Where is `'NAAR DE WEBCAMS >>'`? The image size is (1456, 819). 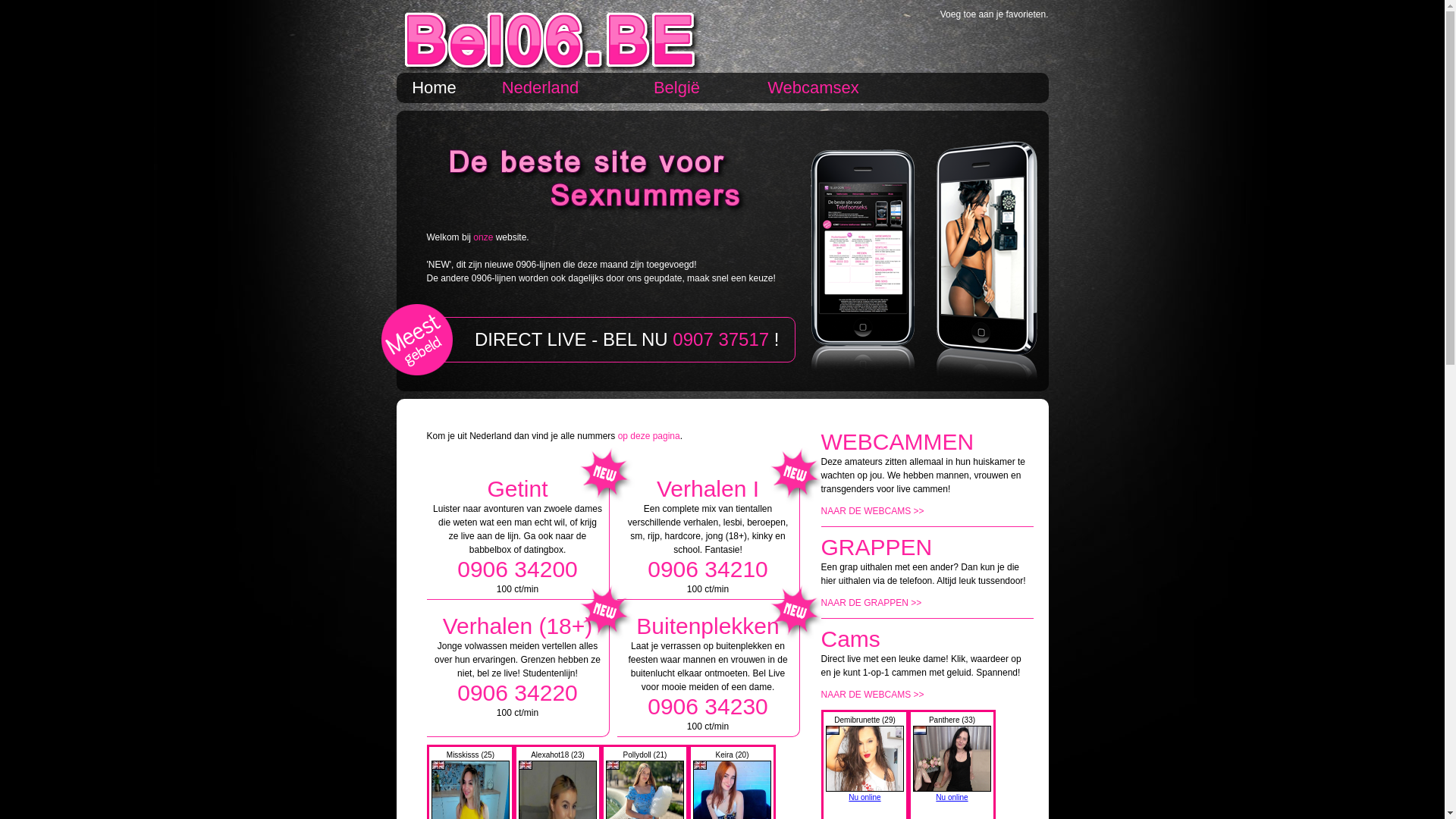 'NAAR DE WEBCAMS >>' is located at coordinates (872, 694).